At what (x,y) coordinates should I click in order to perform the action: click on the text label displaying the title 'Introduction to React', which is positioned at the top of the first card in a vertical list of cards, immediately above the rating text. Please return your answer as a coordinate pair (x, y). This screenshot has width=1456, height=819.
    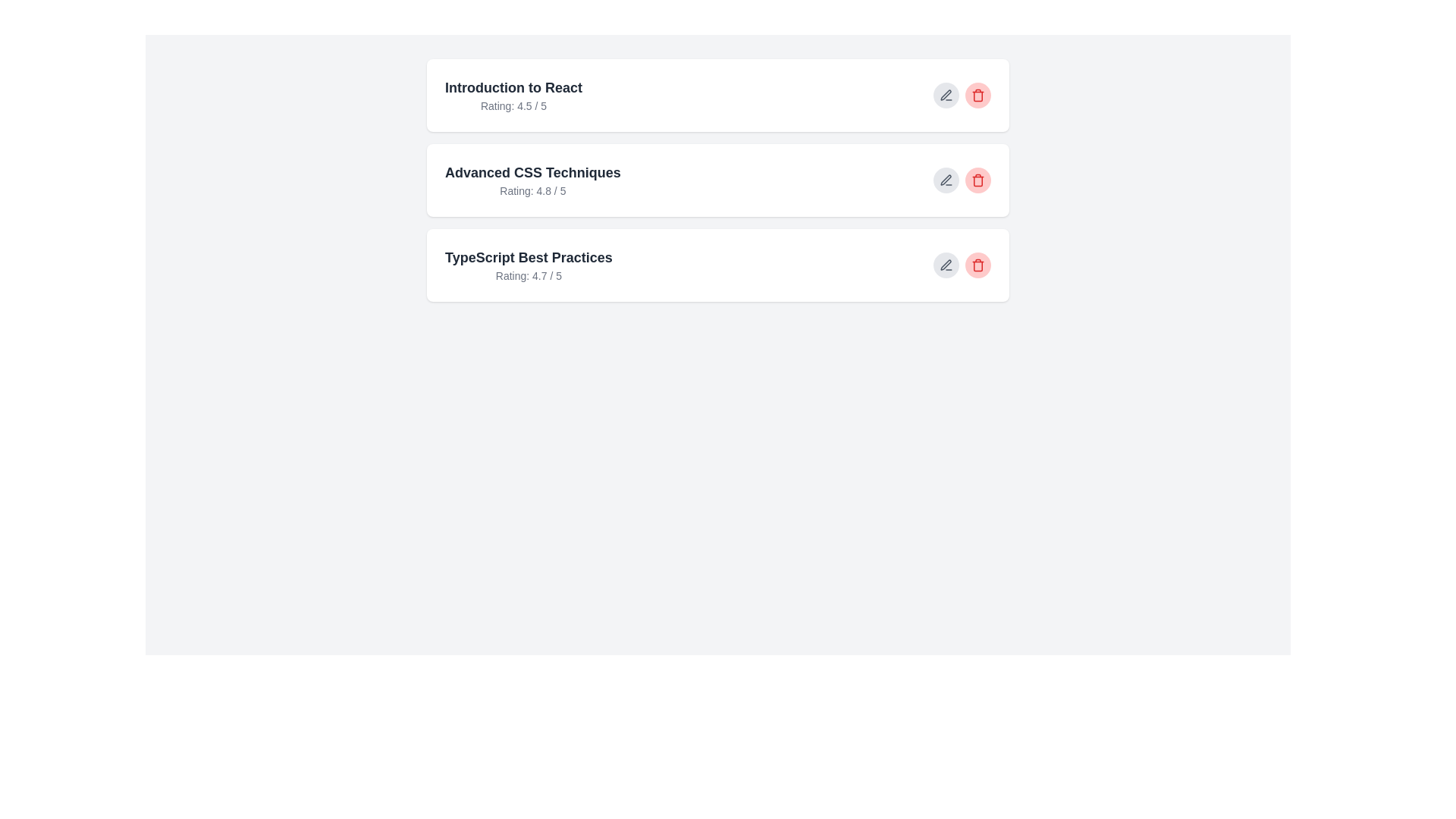
    Looking at the image, I should click on (513, 87).